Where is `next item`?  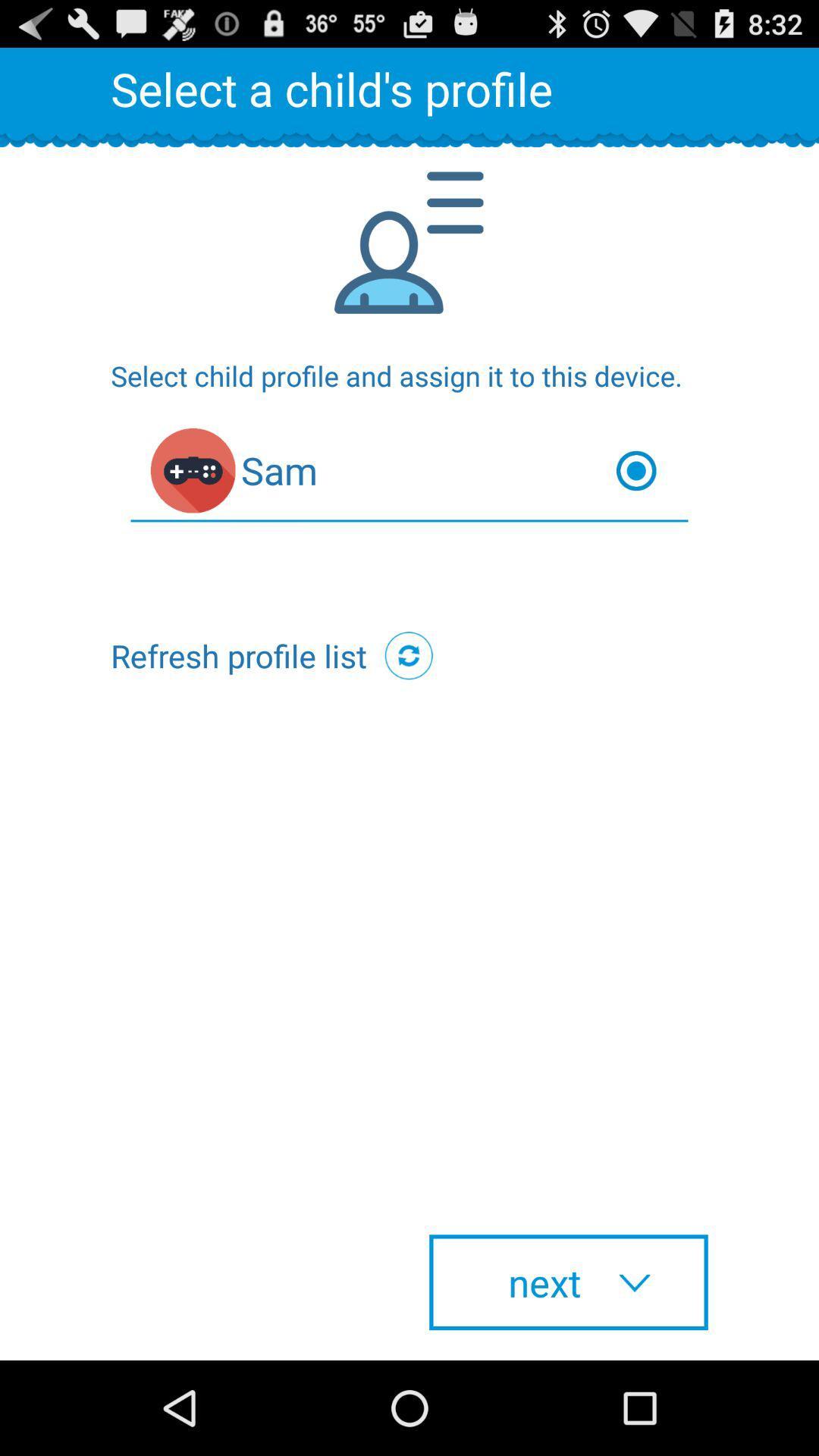 next item is located at coordinates (568, 1282).